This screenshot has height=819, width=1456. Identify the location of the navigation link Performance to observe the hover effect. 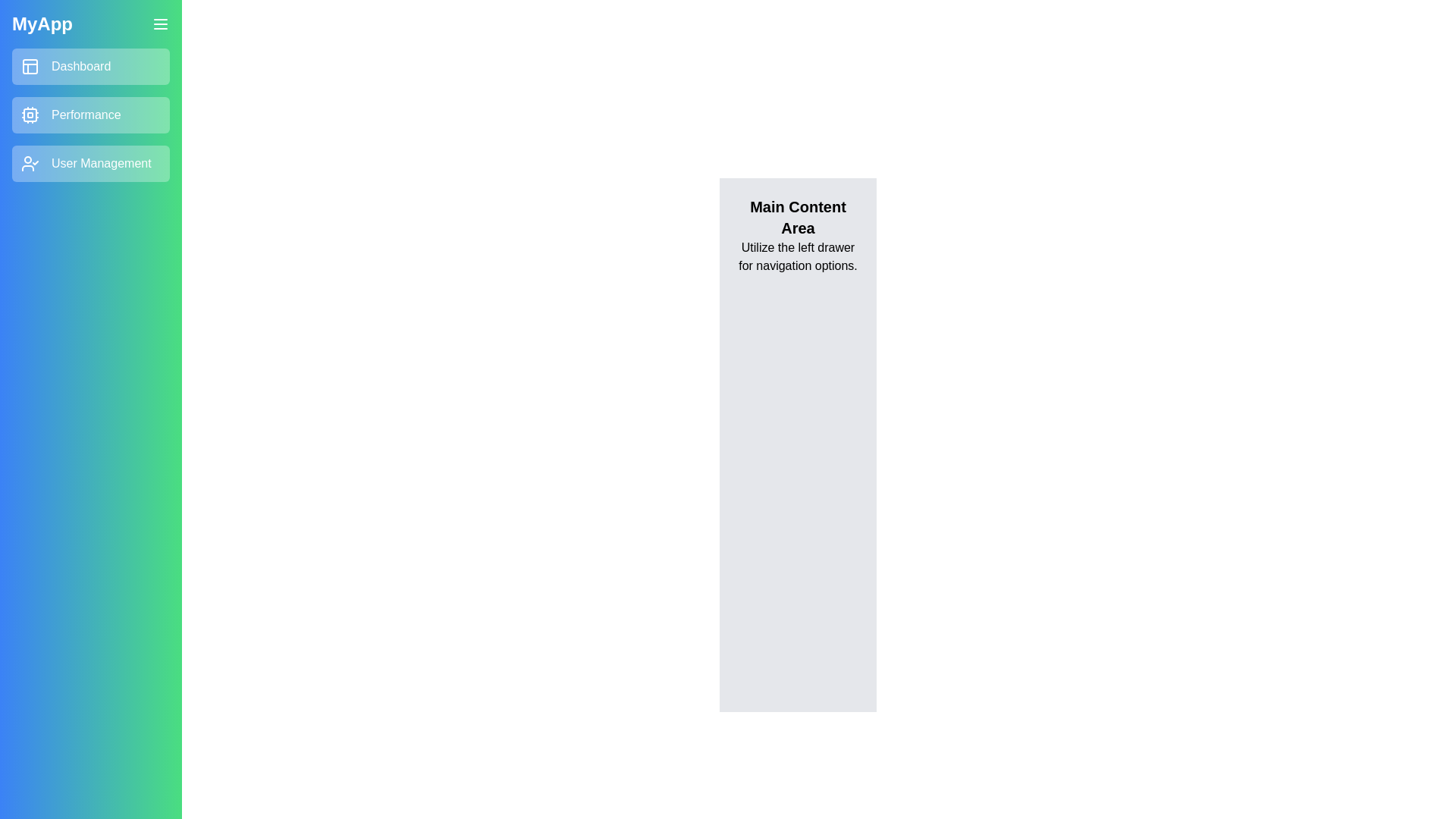
(90, 114).